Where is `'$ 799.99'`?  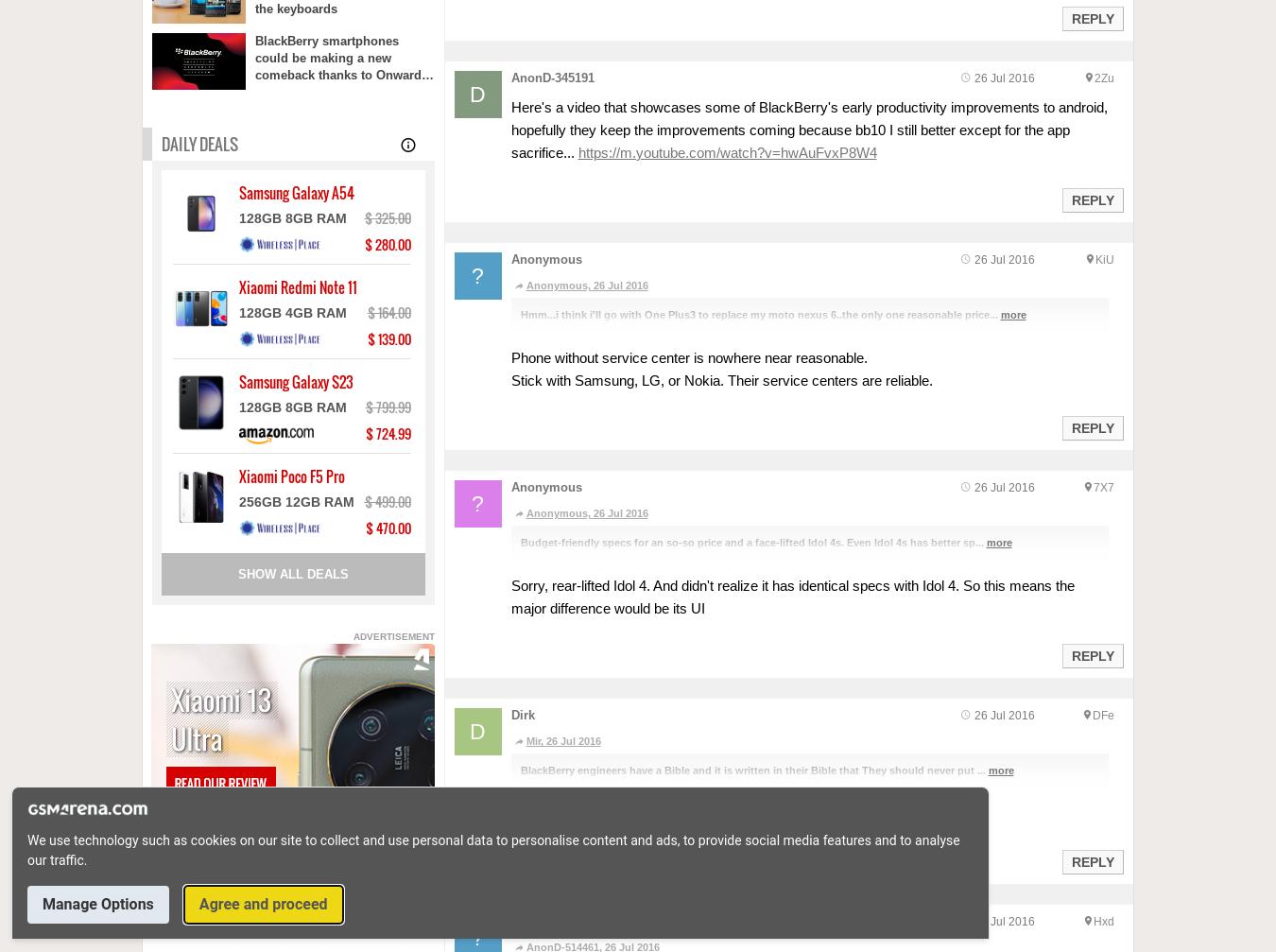
'$ 799.99' is located at coordinates (364, 407).